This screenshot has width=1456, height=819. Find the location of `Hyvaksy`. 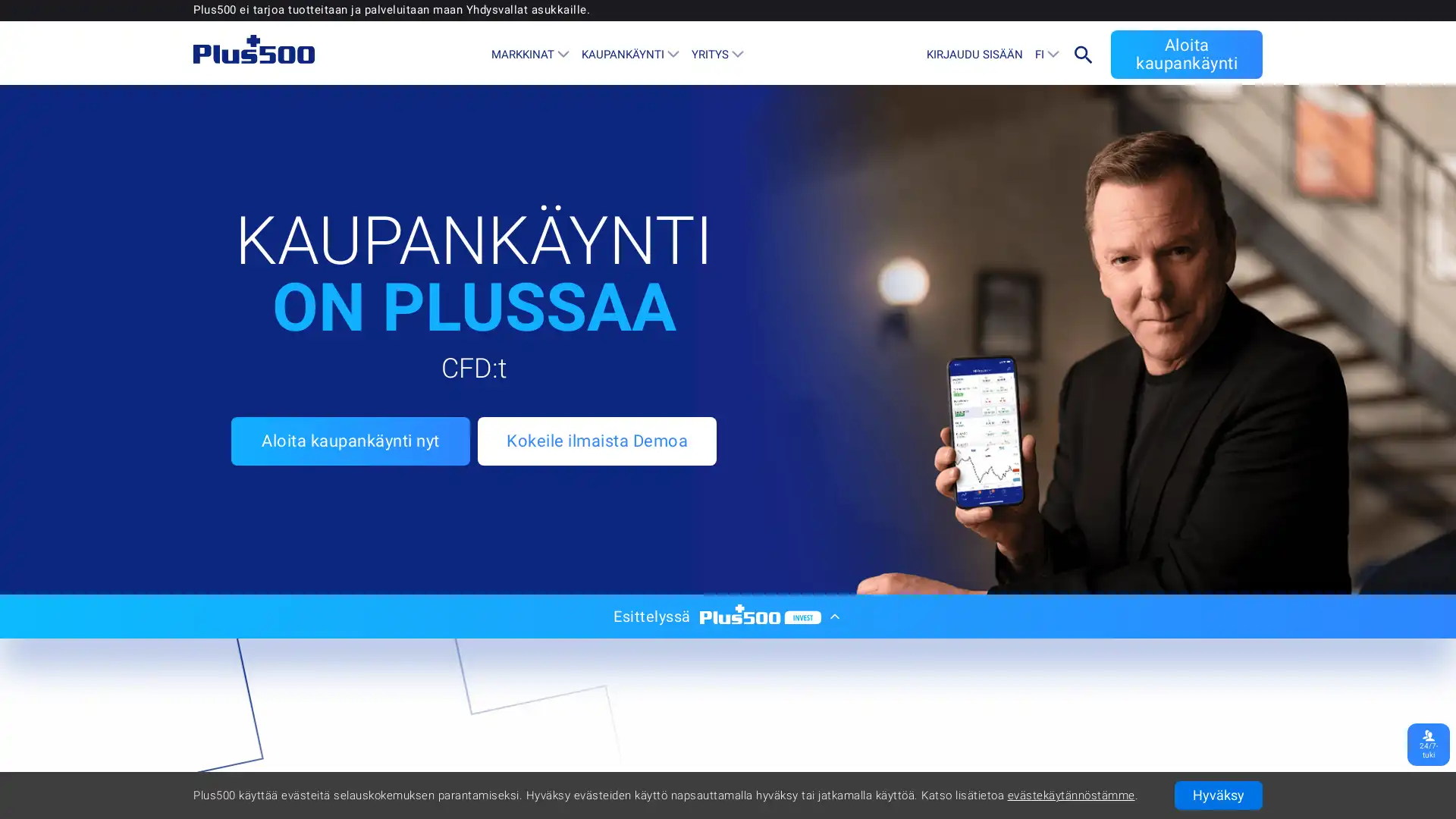

Hyvaksy is located at coordinates (1219, 795).